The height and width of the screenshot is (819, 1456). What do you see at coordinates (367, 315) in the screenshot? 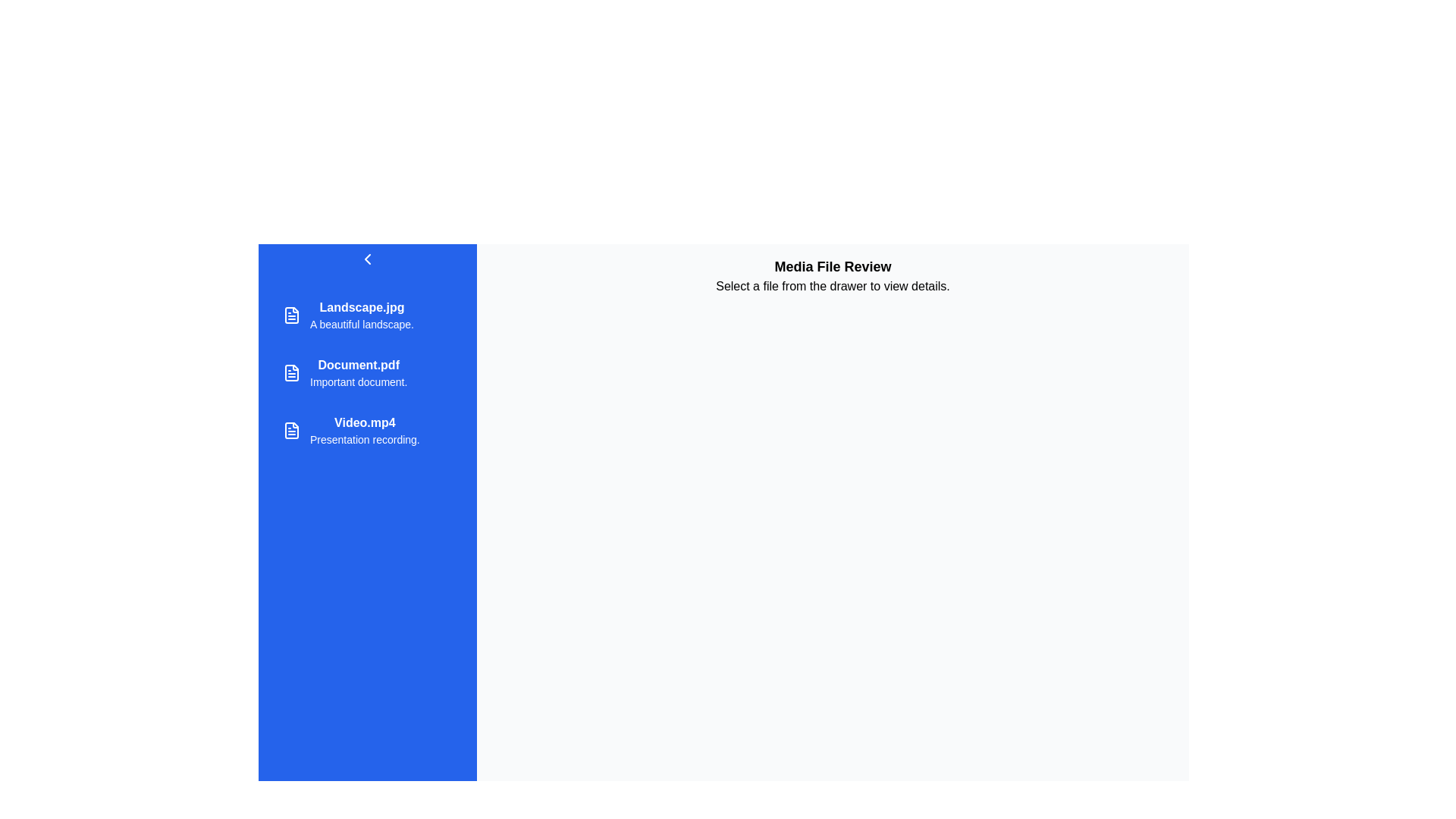
I see `to select the first file item labeled 'Landscape.jpg' in the left sidebar, which displays a description 'A beautiful landscape.'` at bounding box center [367, 315].